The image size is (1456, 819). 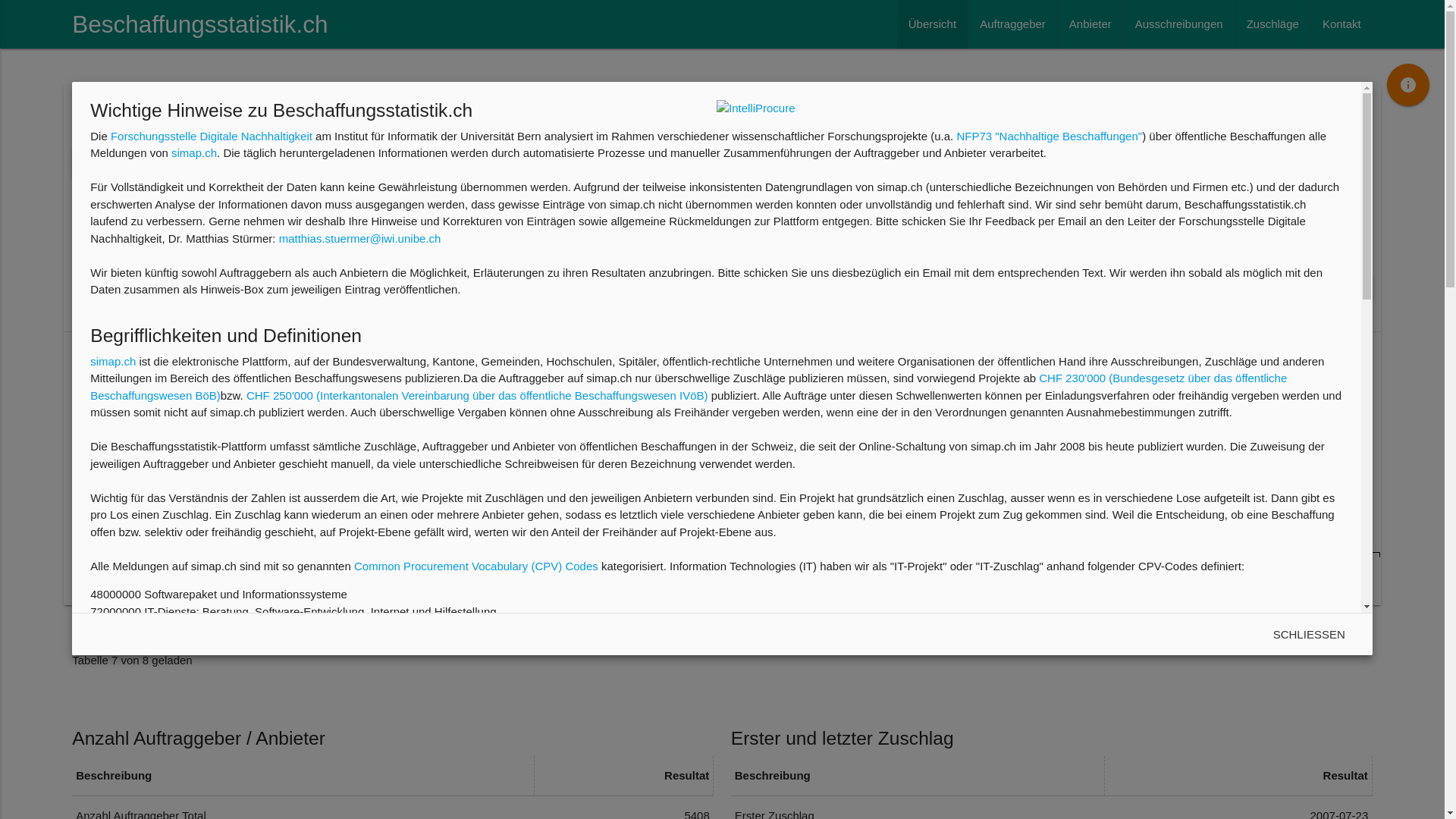 What do you see at coordinates (475, 566) in the screenshot?
I see `'Common Procurement Vocabulary (CPV) Codes'` at bounding box center [475, 566].